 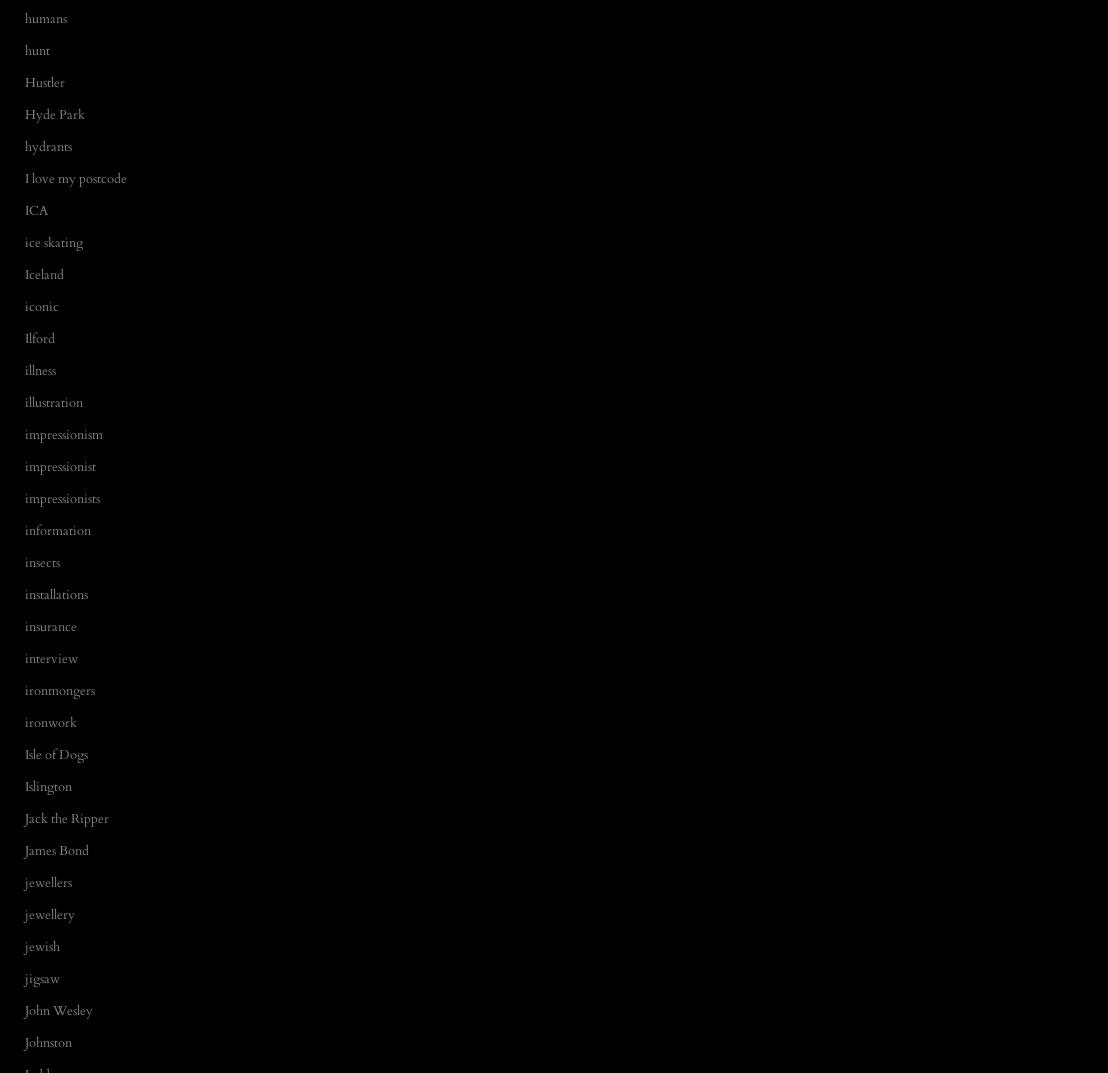 I want to click on 'ICA', so click(x=36, y=209).